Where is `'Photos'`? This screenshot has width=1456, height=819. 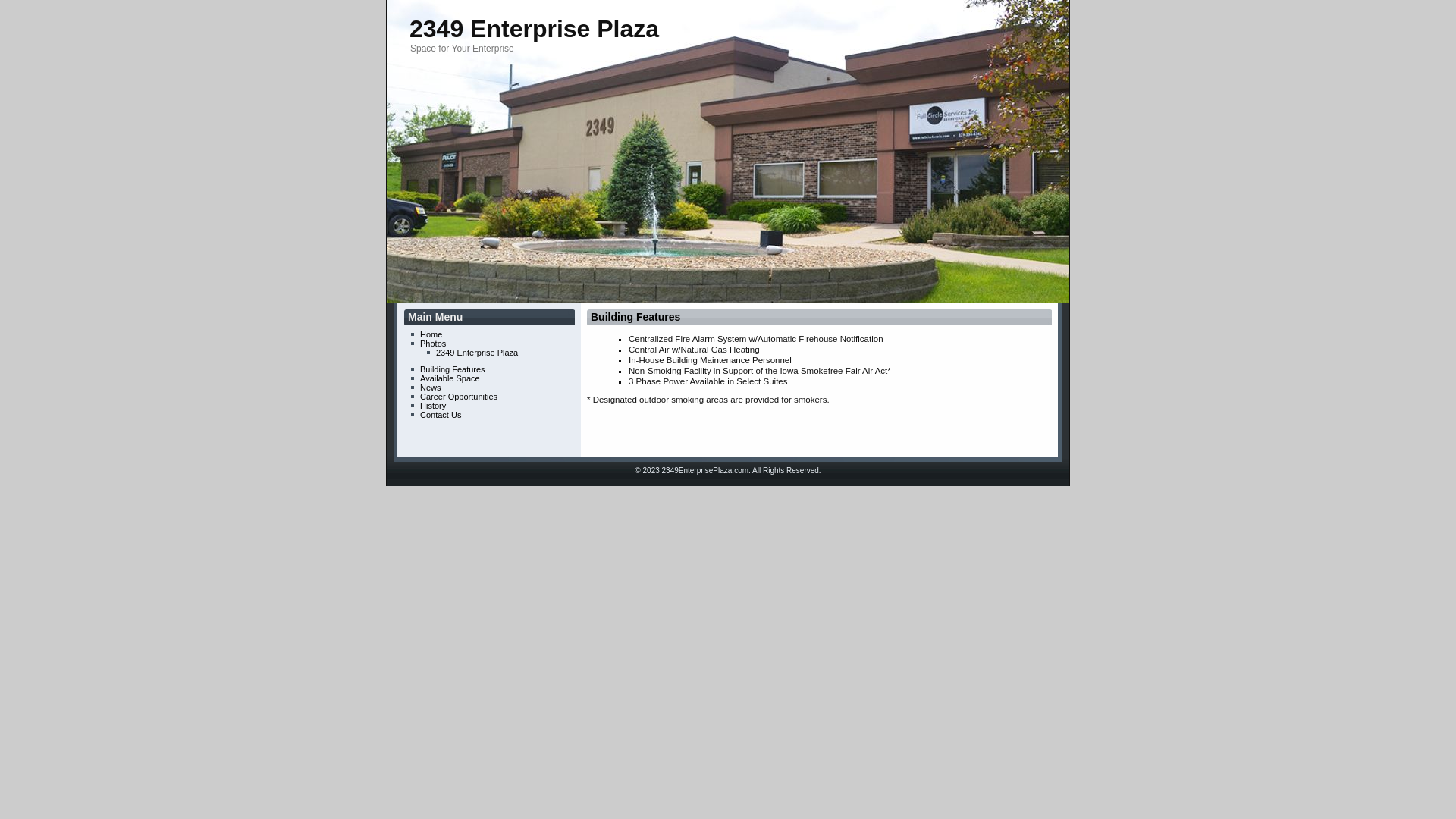
'Photos' is located at coordinates (432, 343).